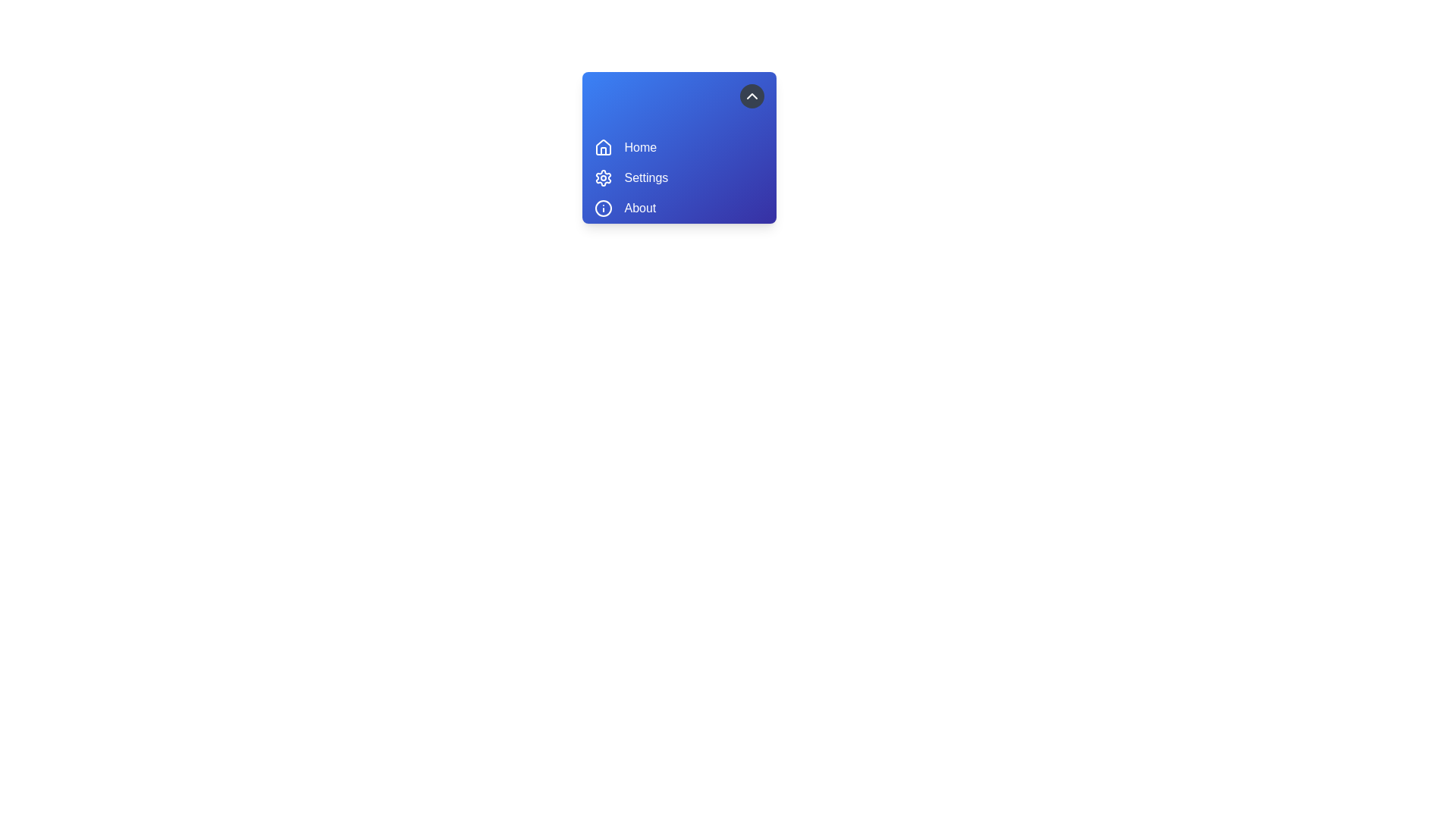 The height and width of the screenshot is (819, 1456). I want to click on the button with an icon located at the upper-right corner of the blue box interface, so click(752, 96).